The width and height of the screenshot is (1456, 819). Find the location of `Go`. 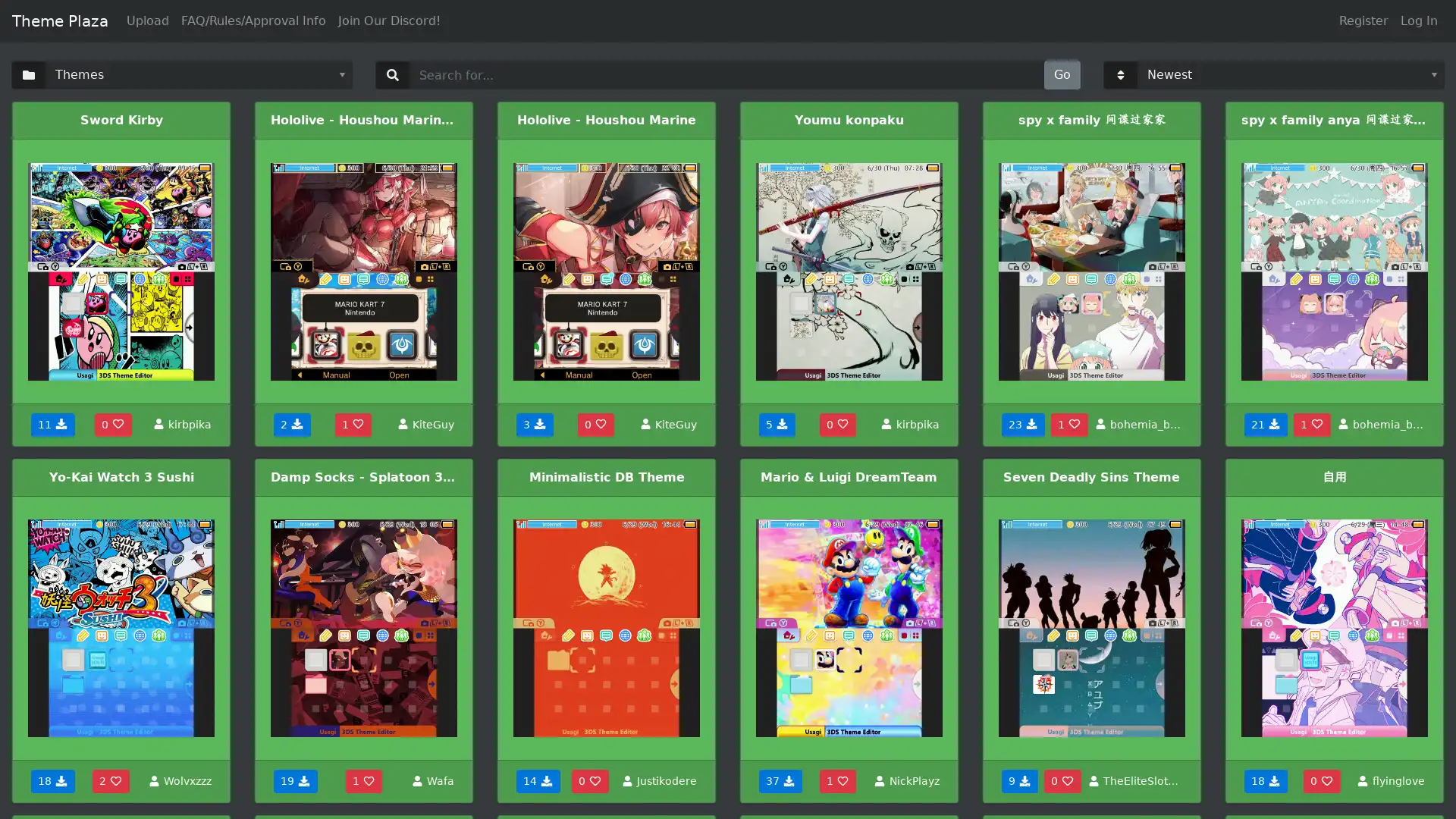

Go is located at coordinates (1062, 75).